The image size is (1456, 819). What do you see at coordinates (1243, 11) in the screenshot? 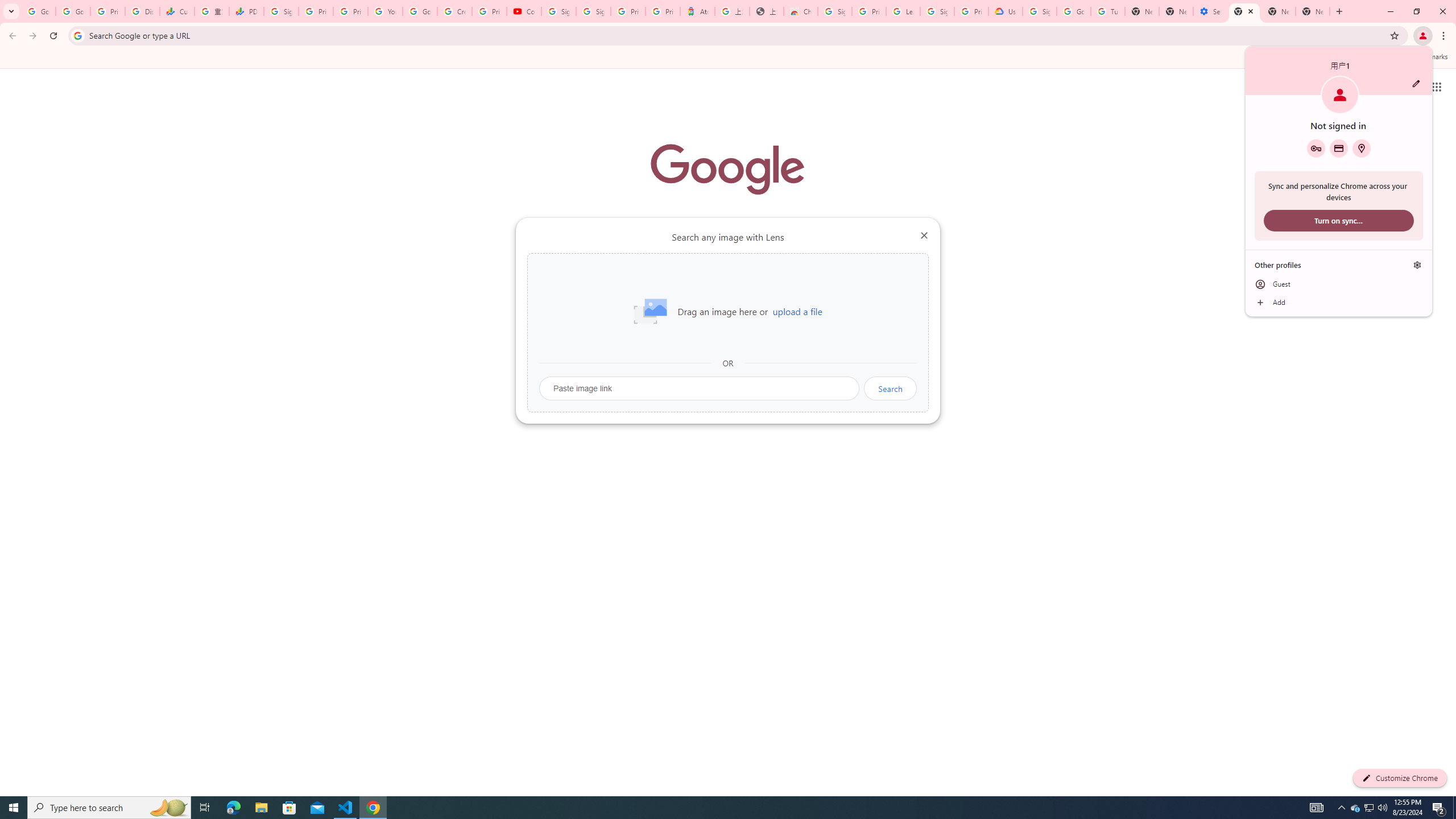
I see `'New Tab'` at bounding box center [1243, 11].